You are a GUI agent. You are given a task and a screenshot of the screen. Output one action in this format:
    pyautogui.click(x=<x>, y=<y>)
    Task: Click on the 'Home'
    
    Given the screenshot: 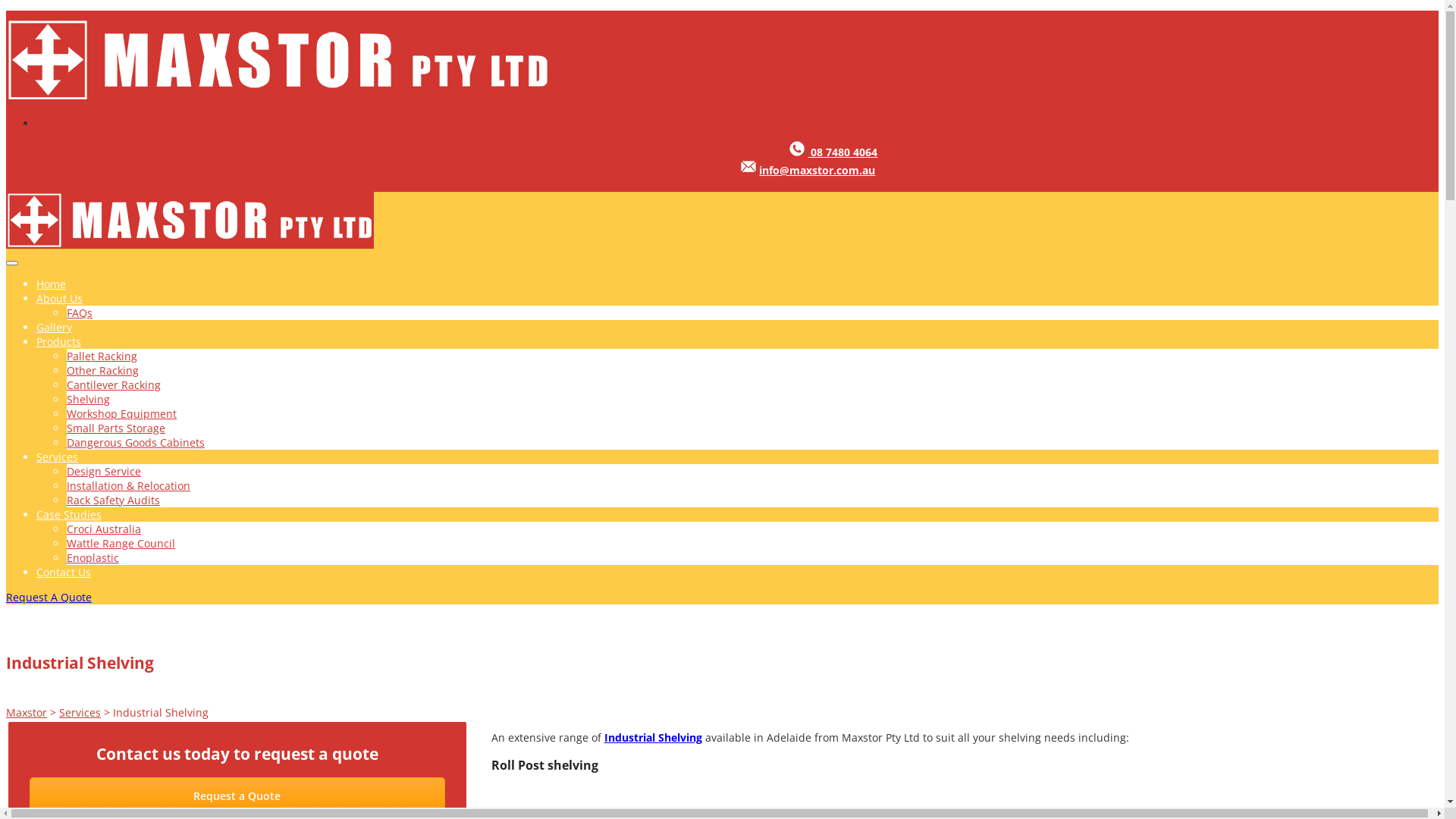 What is the action you would take?
    pyautogui.click(x=36, y=284)
    